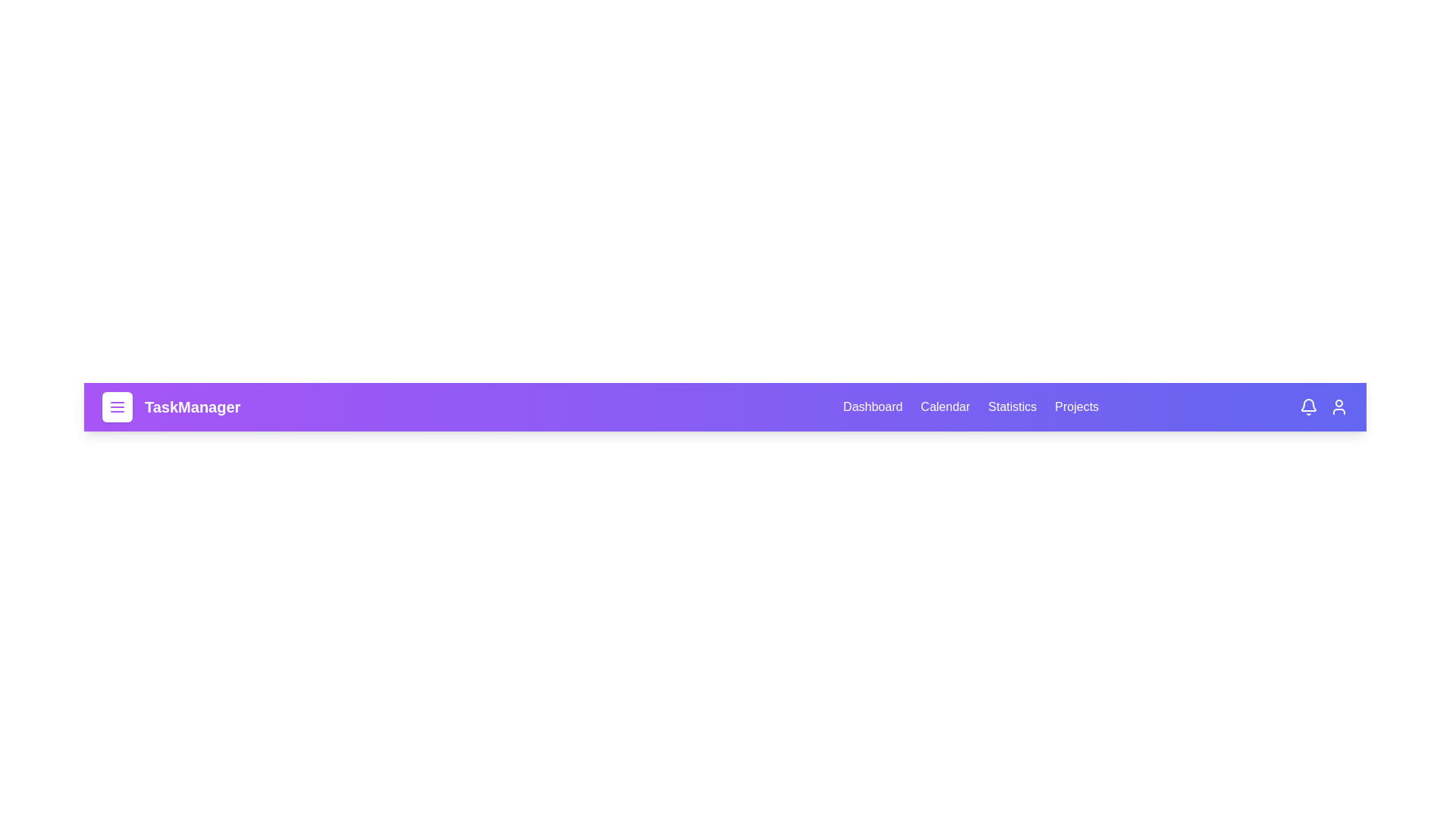  I want to click on the bell icon to view notifications, so click(1308, 406).